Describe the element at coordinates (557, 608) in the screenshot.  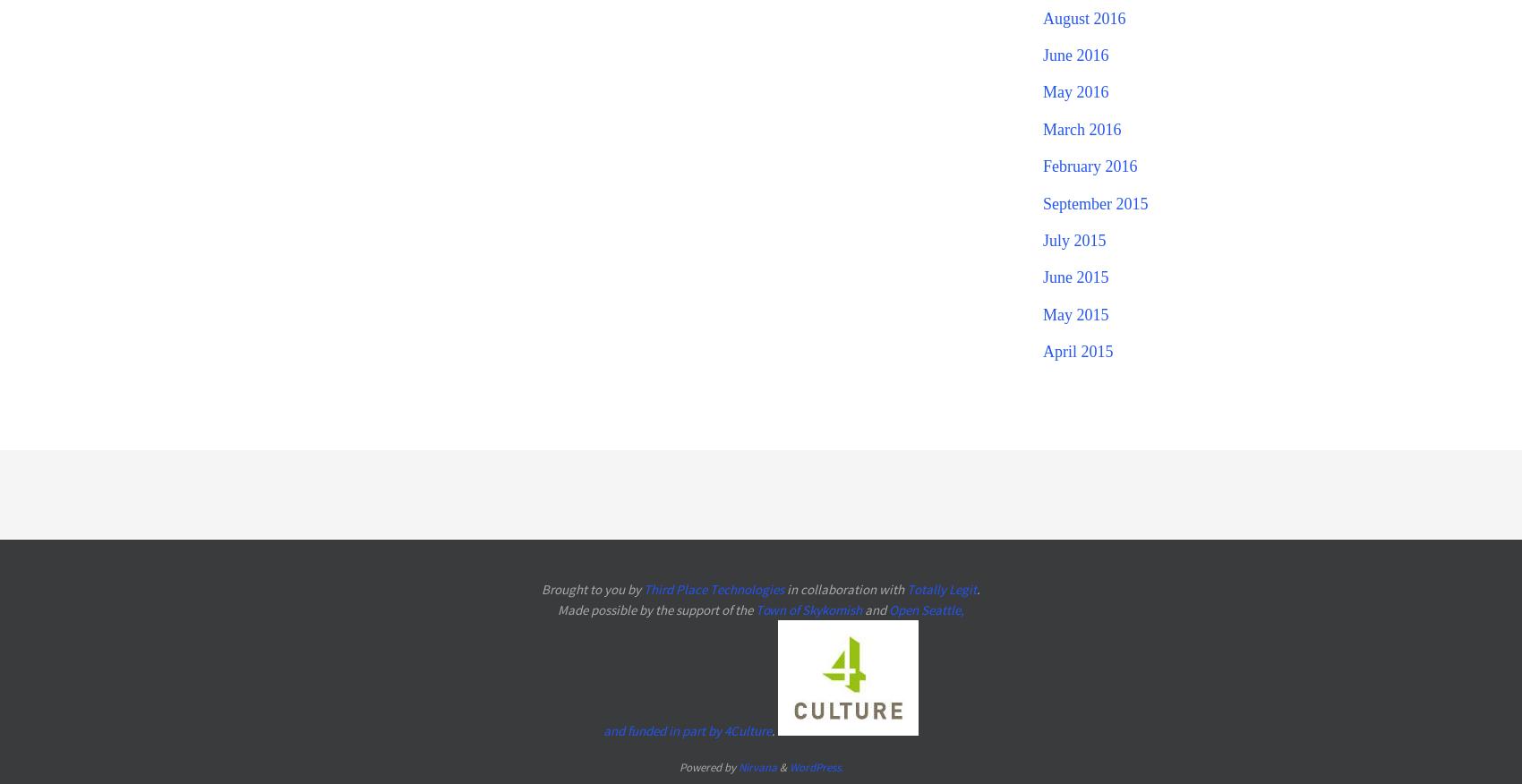
I see `'Made possible by the support of the'` at that location.